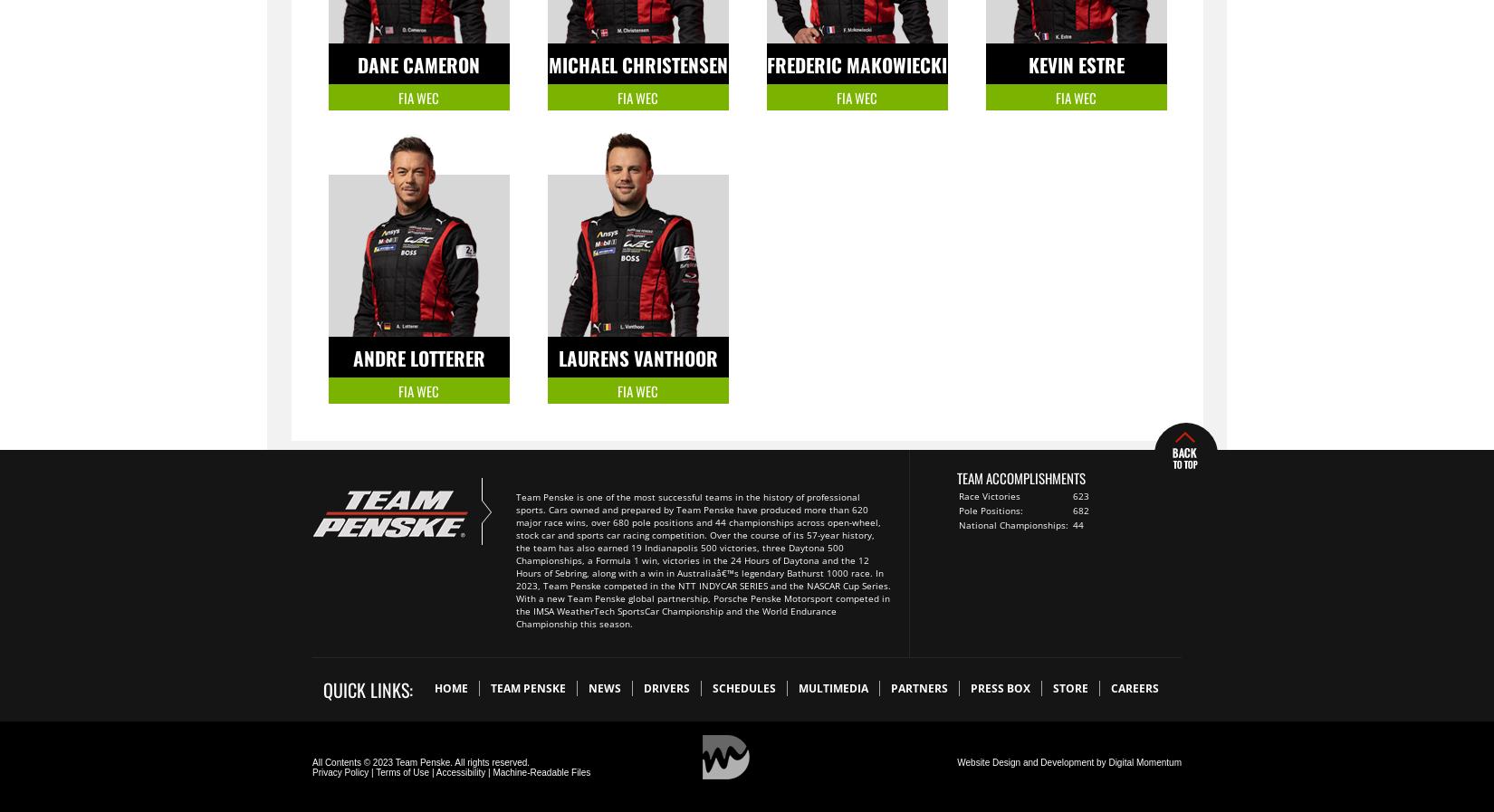  I want to click on 'Digital Momentum', so click(1107, 762).